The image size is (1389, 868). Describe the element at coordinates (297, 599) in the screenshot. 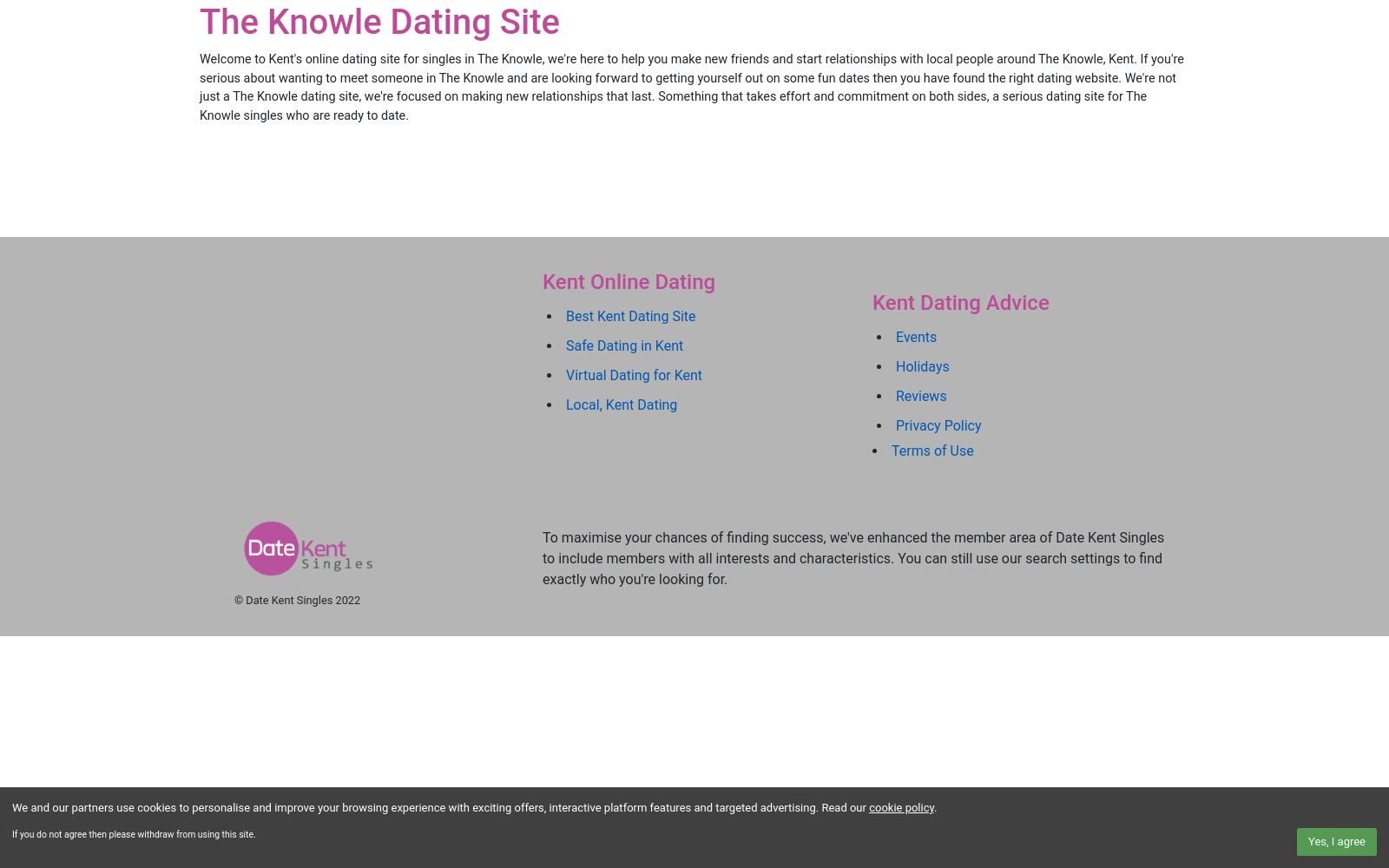

I see `'© Date Kent Singles 2022'` at that location.